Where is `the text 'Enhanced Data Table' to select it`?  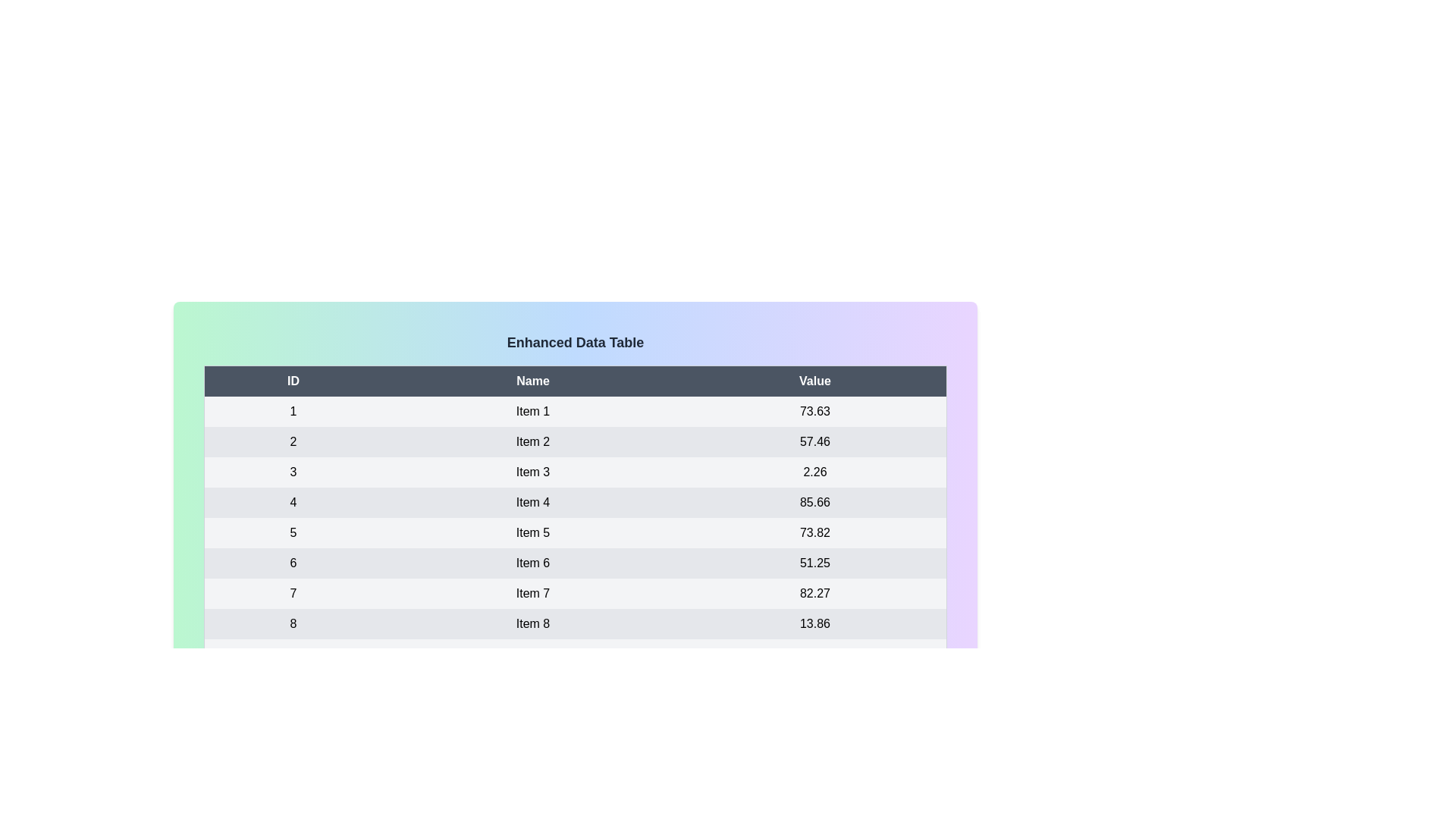 the text 'Enhanced Data Table' to select it is located at coordinates (574, 342).